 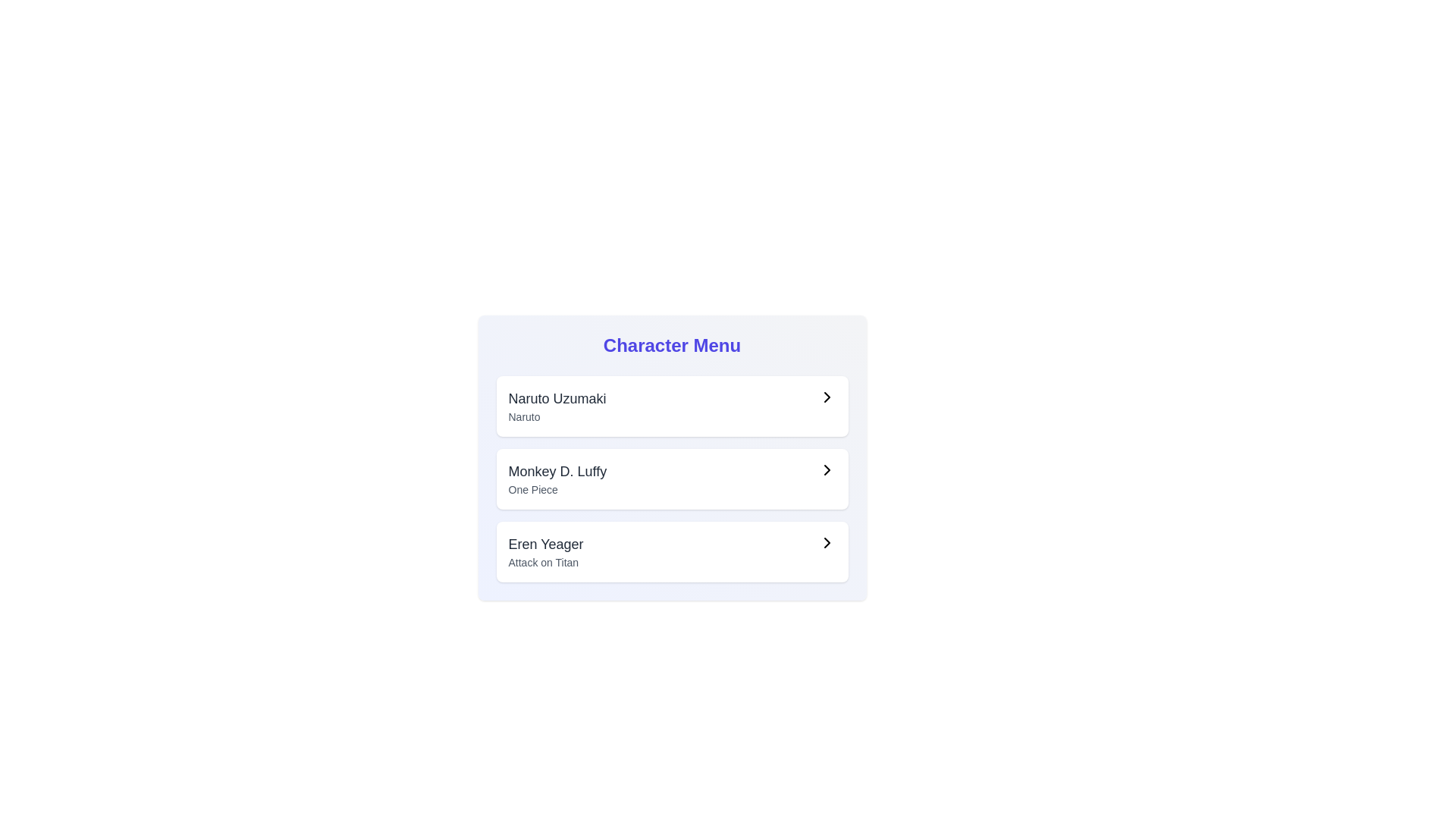 I want to click on the selectable card representing 'Monkey D. Luffy' in the Character Menu, so click(x=671, y=500).